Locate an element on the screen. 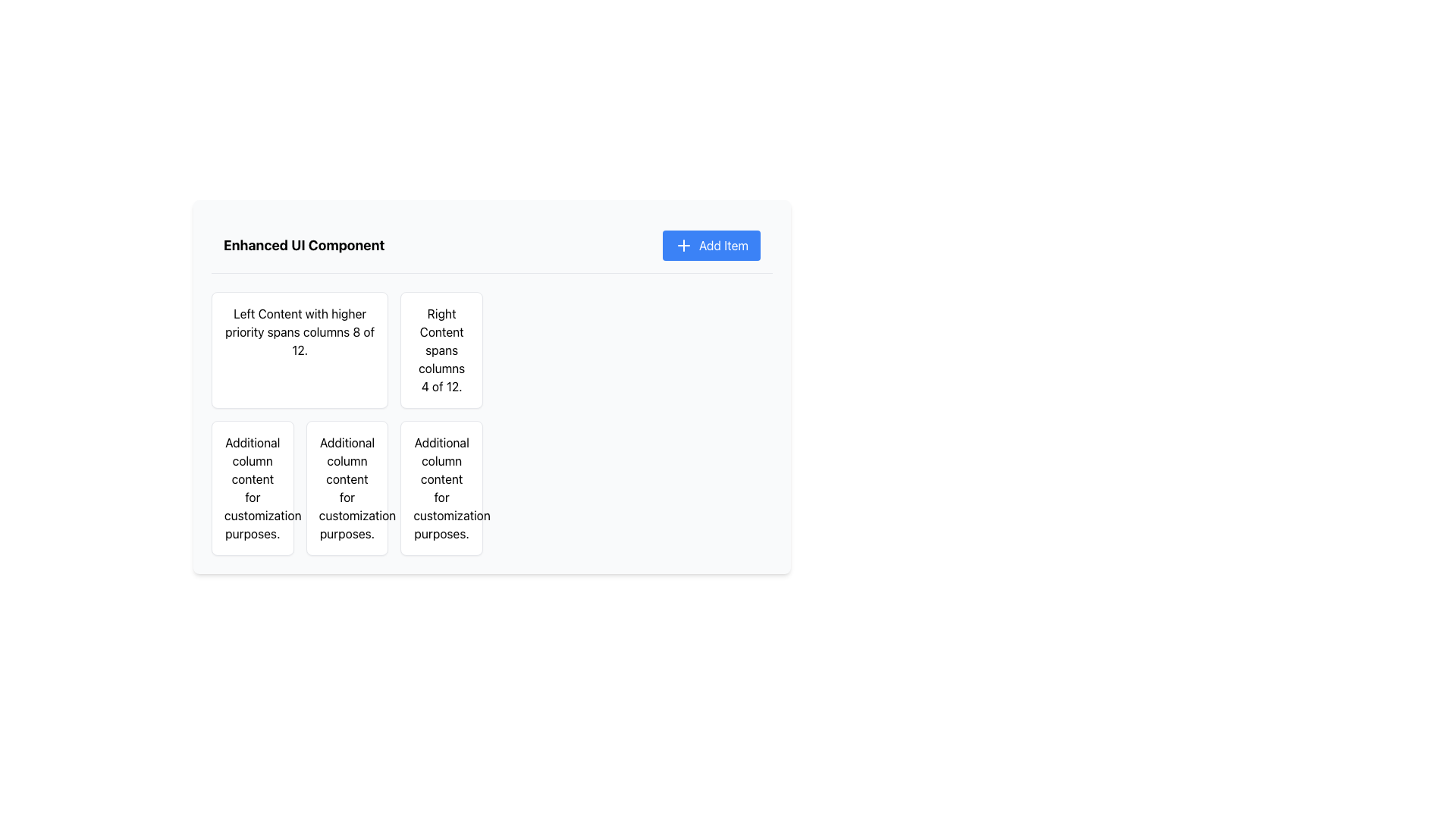 The width and height of the screenshot is (1456, 819). the button is located at coordinates (710, 245).